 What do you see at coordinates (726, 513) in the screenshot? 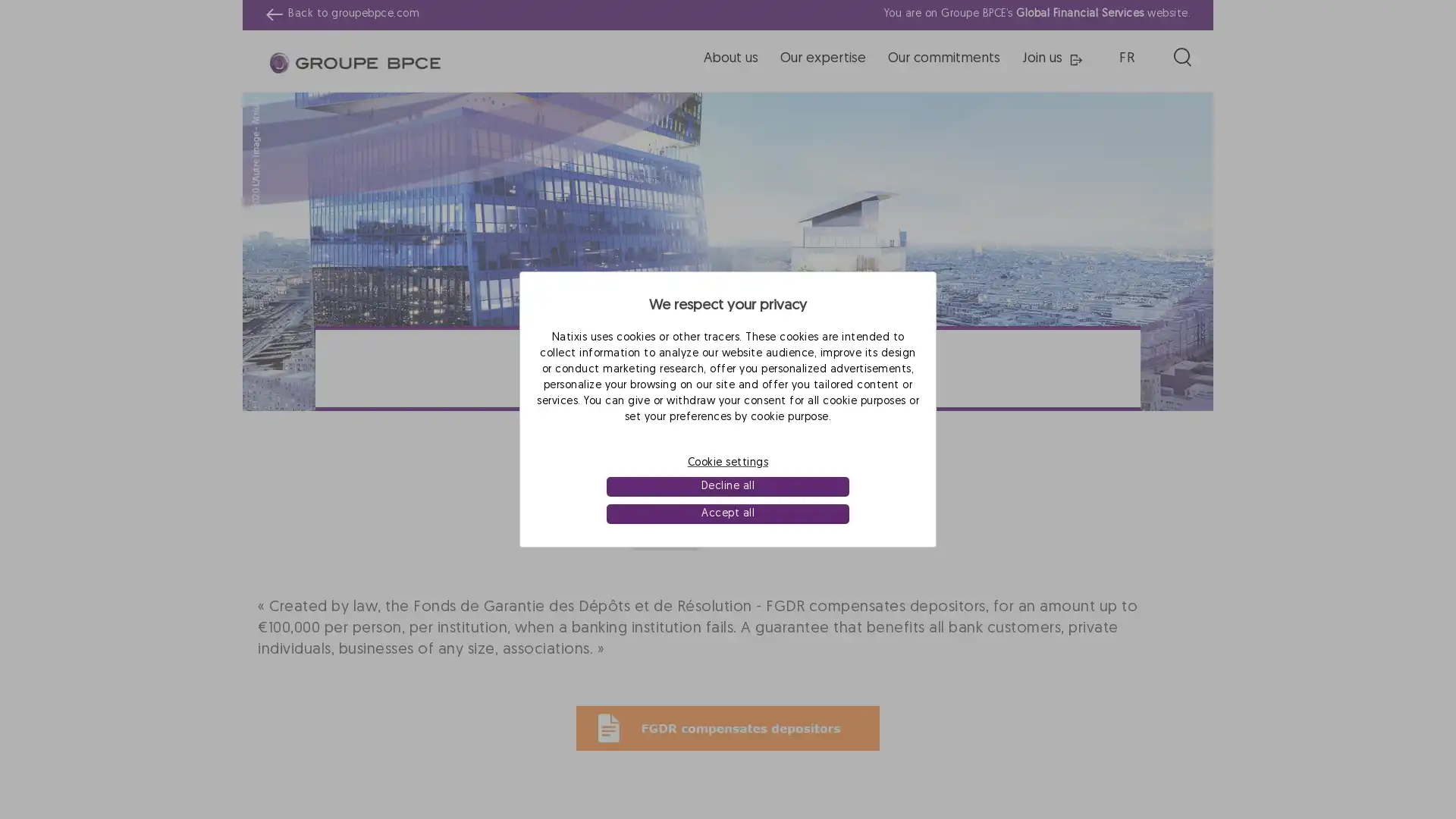
I see `Accept all` at bounding box center [726, 513].